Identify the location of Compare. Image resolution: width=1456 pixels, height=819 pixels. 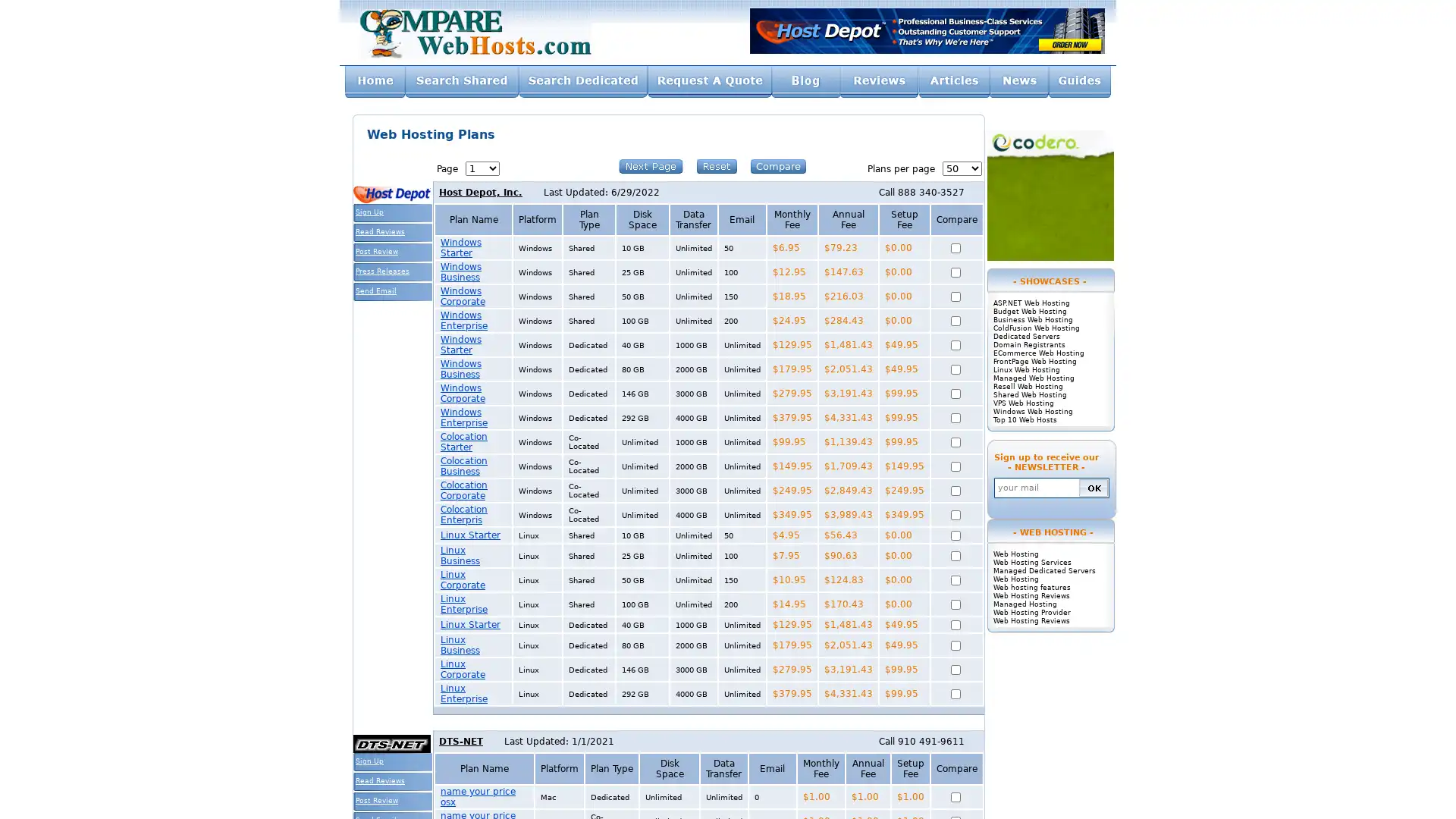
(778, 166).